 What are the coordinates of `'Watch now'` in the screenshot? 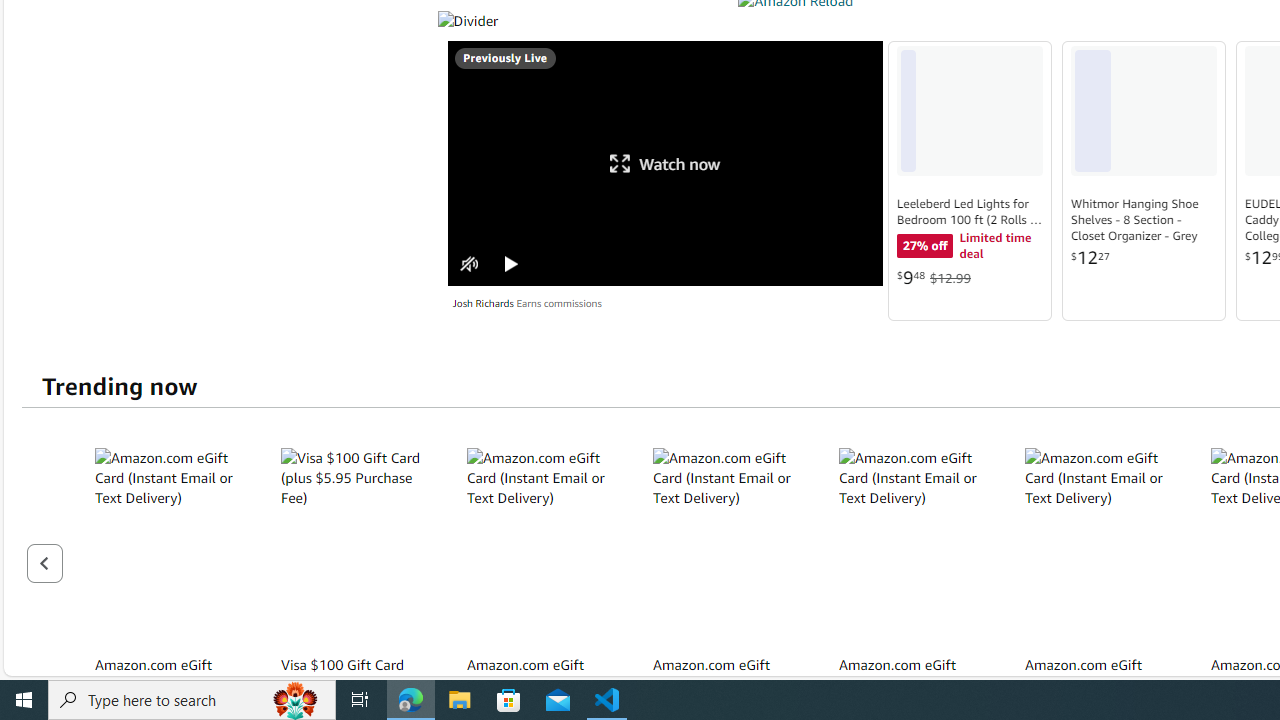 It's located at (665, 162).